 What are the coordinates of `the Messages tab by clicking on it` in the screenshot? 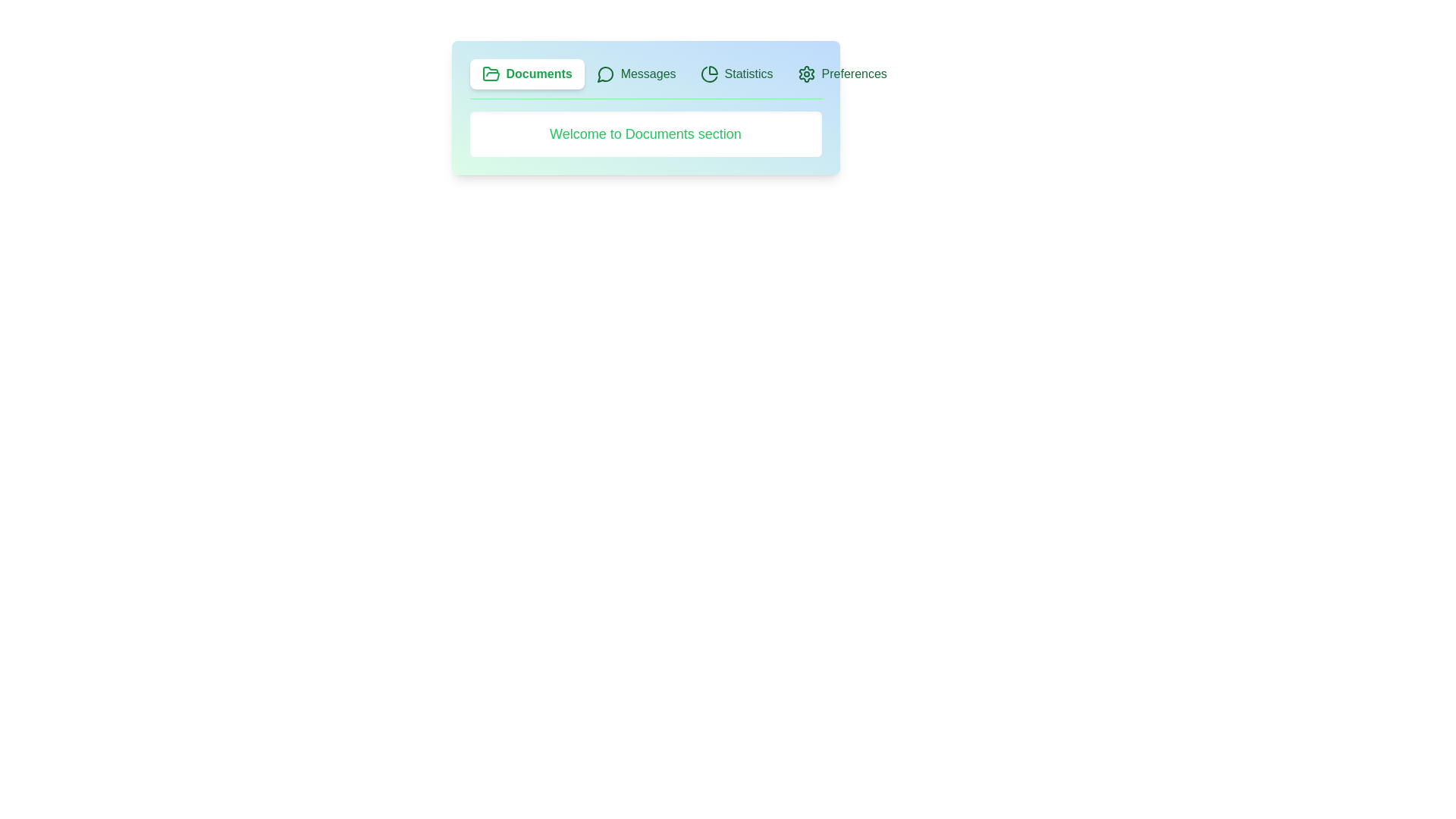 It's located at (636, 74).